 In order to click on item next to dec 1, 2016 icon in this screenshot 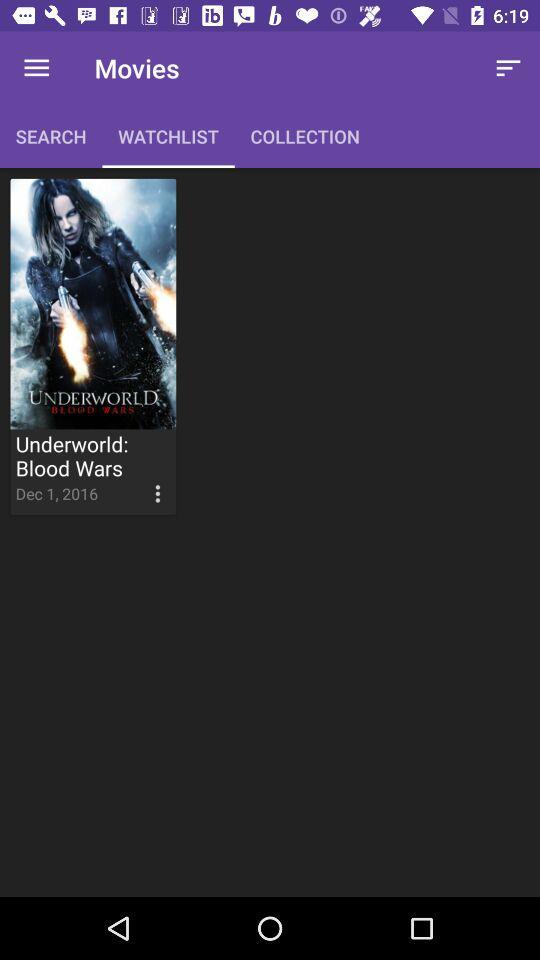, I will do `click(138, 478)`.